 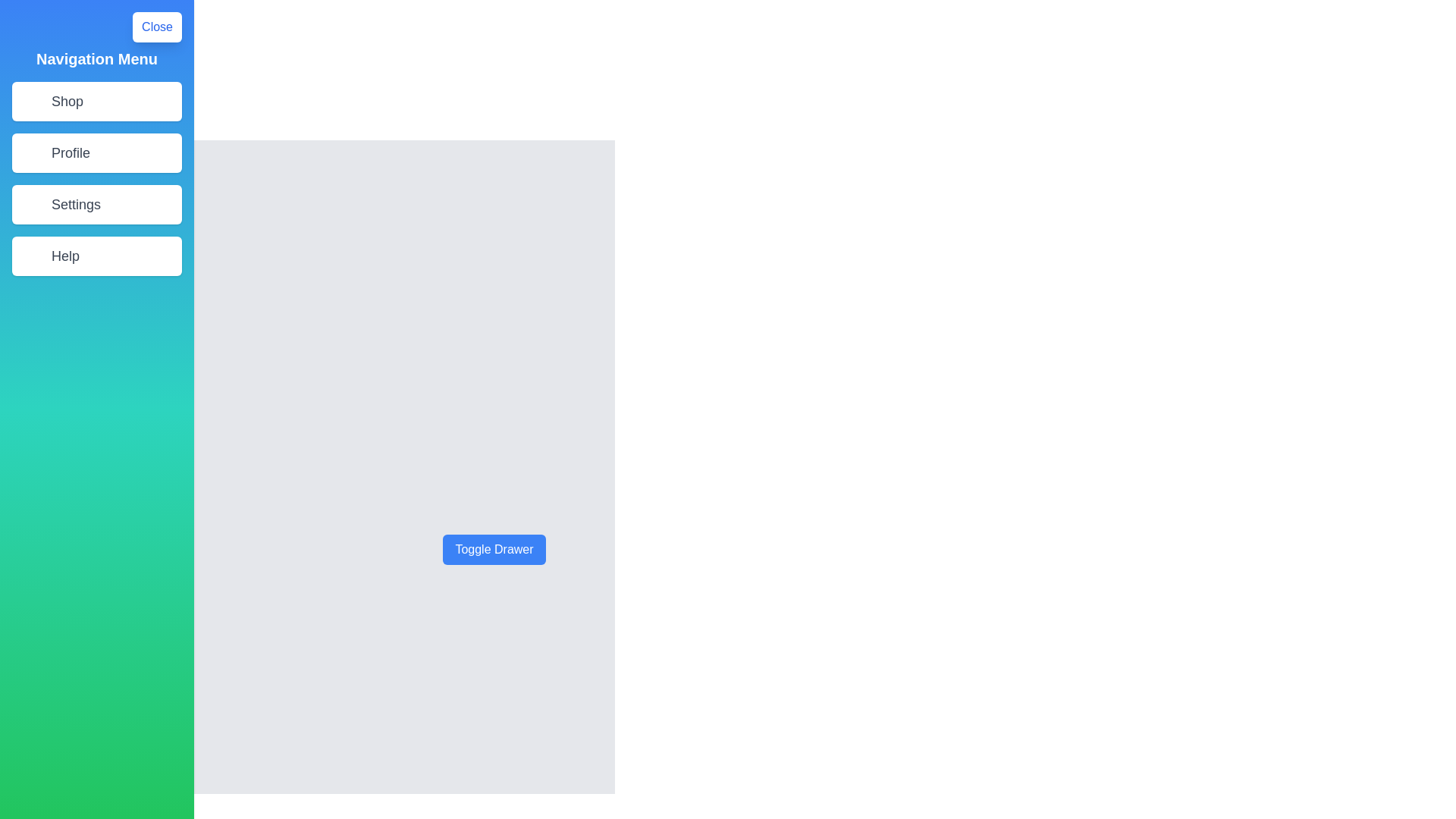 What do you see at coordinates (96, 102) in the screenshot?
I see `the menu item Shop to navigate to the corresponding section` at bounding box center [96, 102].